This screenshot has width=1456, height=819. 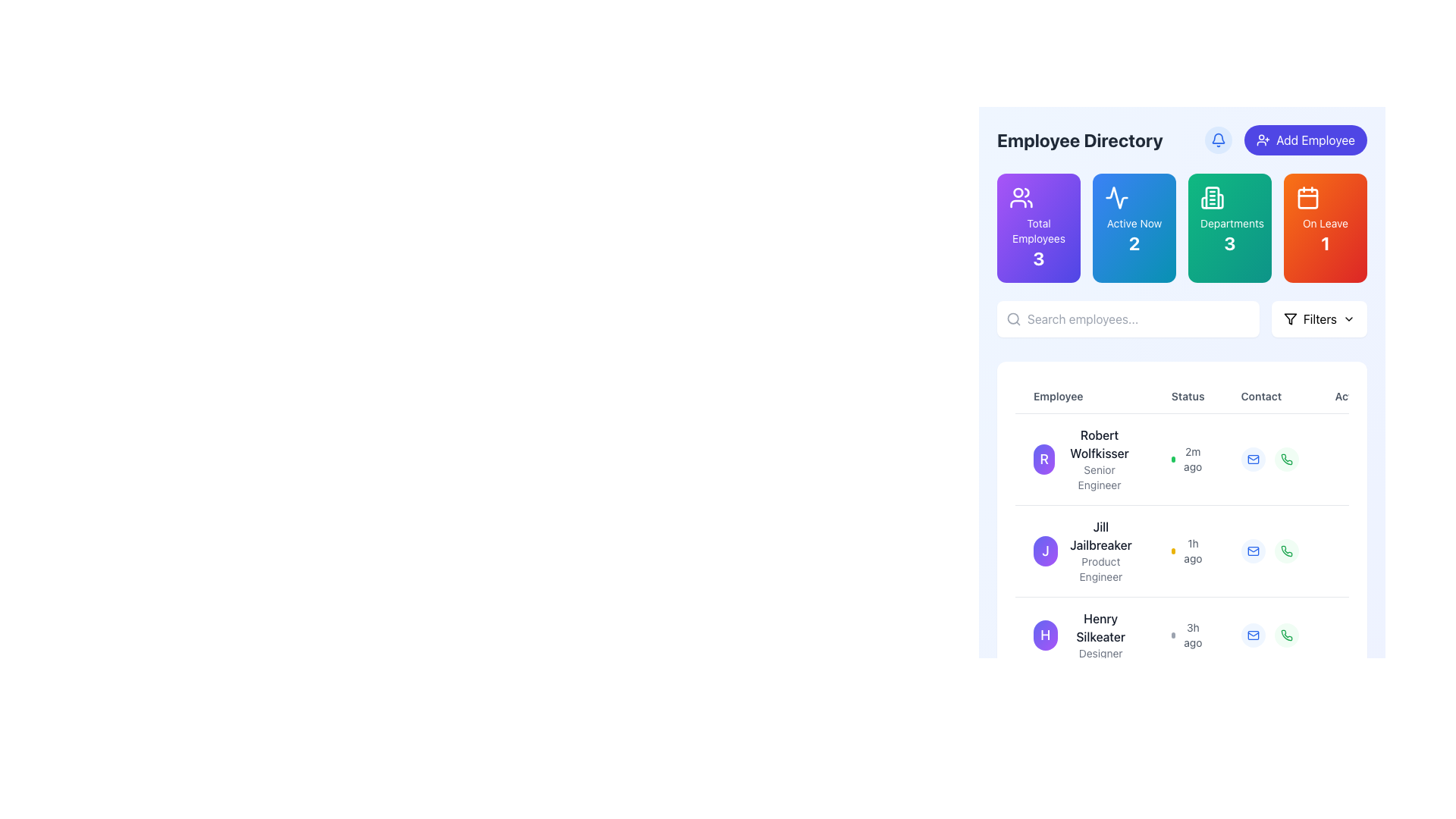 I want to click on the text block displaying the name 'Henry Silkeater' in the employee directory, so click(x=1100, y=628).